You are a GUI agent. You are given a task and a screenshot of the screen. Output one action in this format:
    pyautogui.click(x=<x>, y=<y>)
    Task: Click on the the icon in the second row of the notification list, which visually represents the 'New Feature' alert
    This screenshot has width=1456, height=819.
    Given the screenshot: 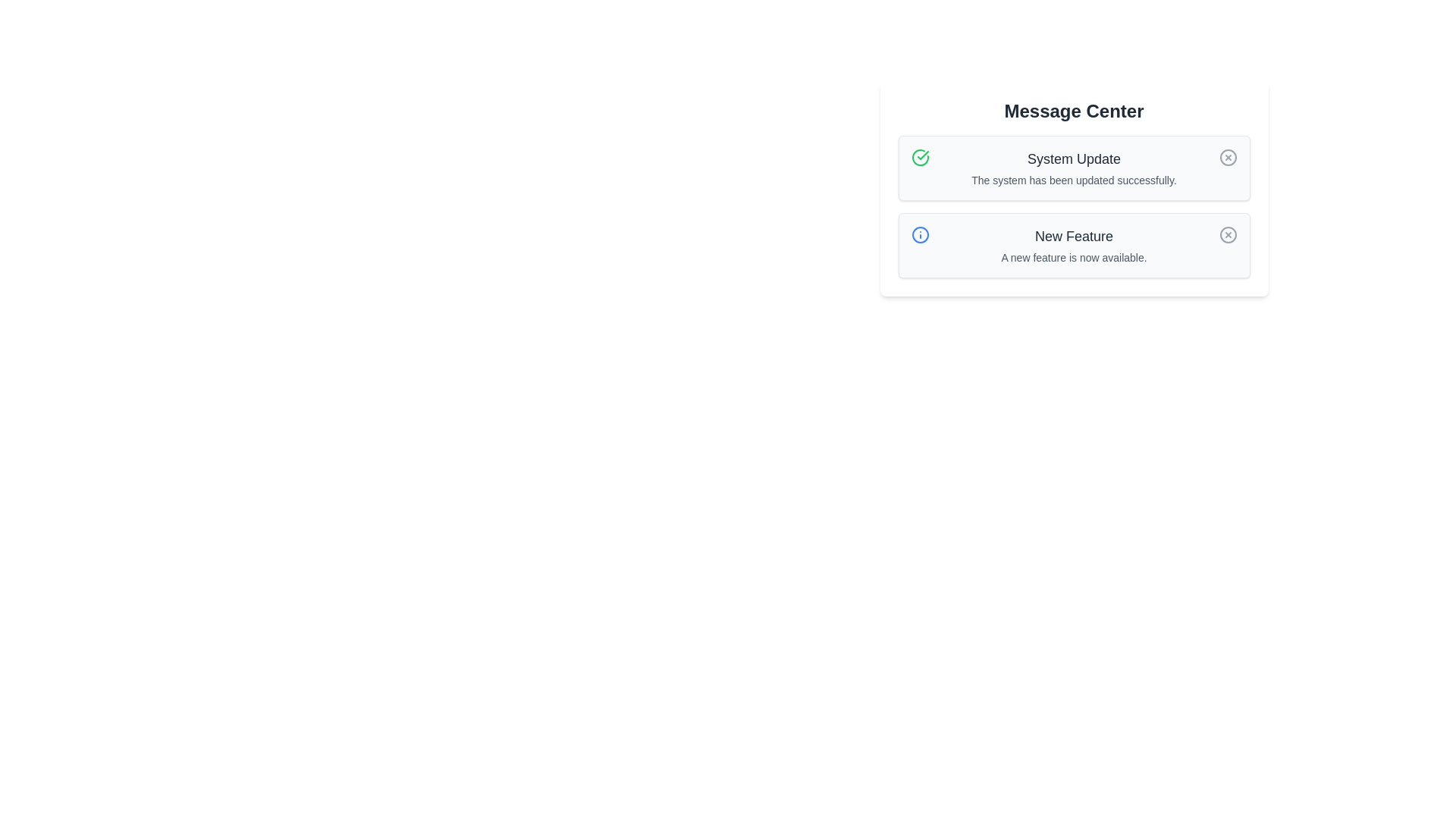 What is the action you would take?
    pyautogui.click(x=919, y=234)
    